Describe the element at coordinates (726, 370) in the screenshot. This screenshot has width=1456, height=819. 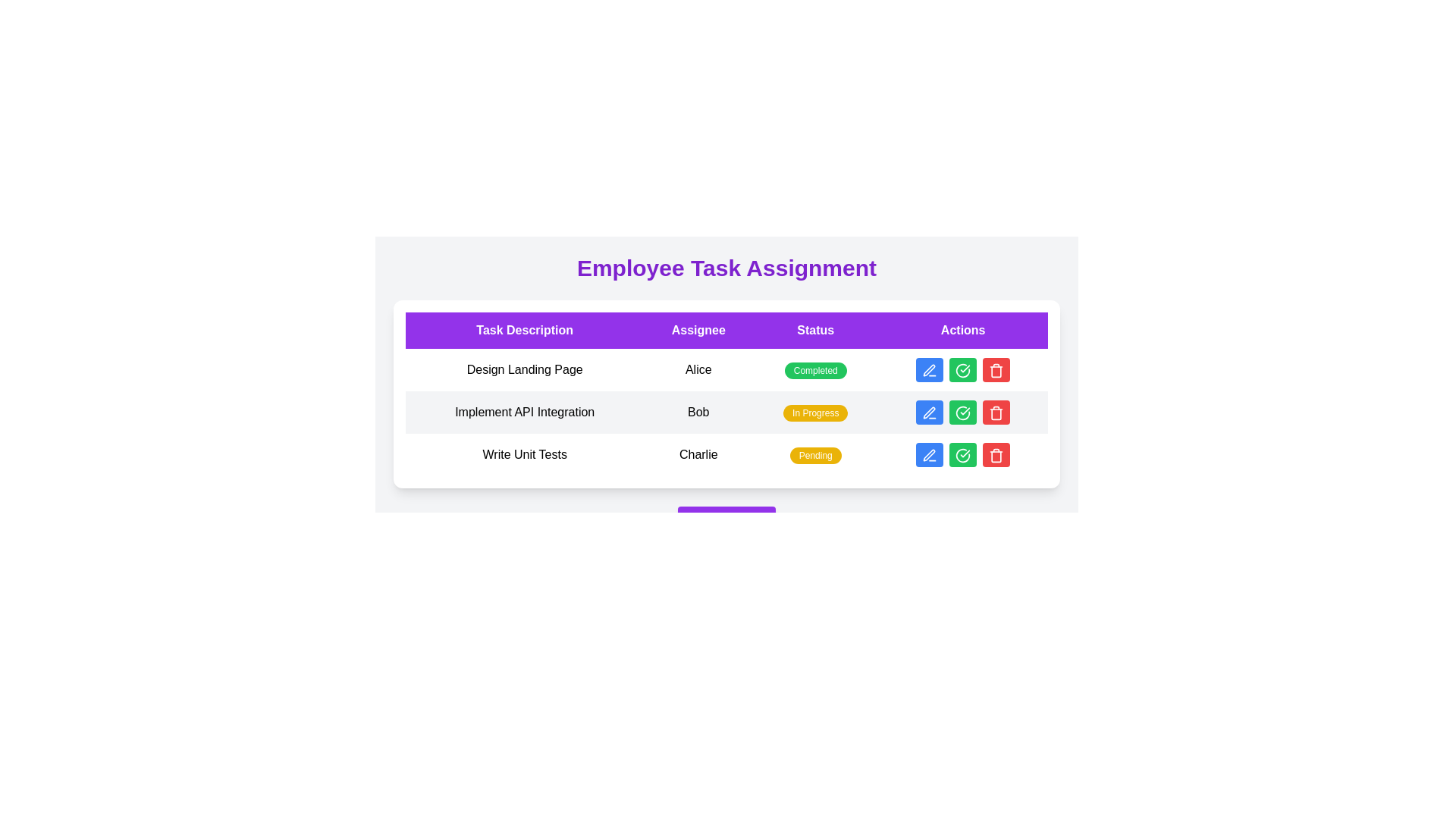
I see `the first row of the task assignment table which contains the task 'Design Landing Page', assigned to 'Alice', with a status of 'Completed' for additional details` at that location.